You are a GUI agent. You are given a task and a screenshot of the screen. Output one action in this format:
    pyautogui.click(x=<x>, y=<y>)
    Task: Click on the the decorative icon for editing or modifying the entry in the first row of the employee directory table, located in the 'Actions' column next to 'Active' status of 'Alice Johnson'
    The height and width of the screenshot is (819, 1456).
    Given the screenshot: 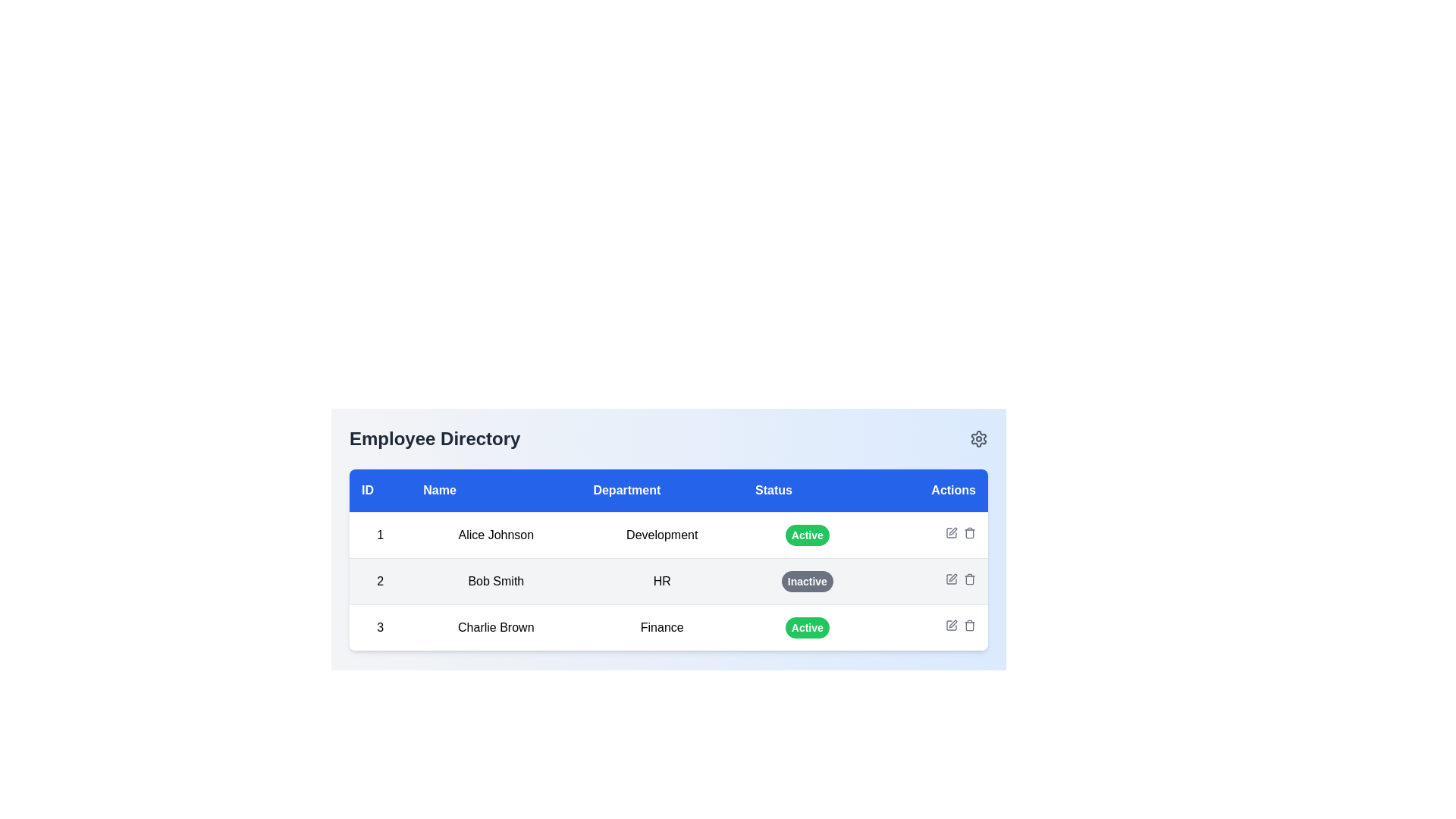 What is the action you would take?
    pyautogui.click(x=950, y=532)
    